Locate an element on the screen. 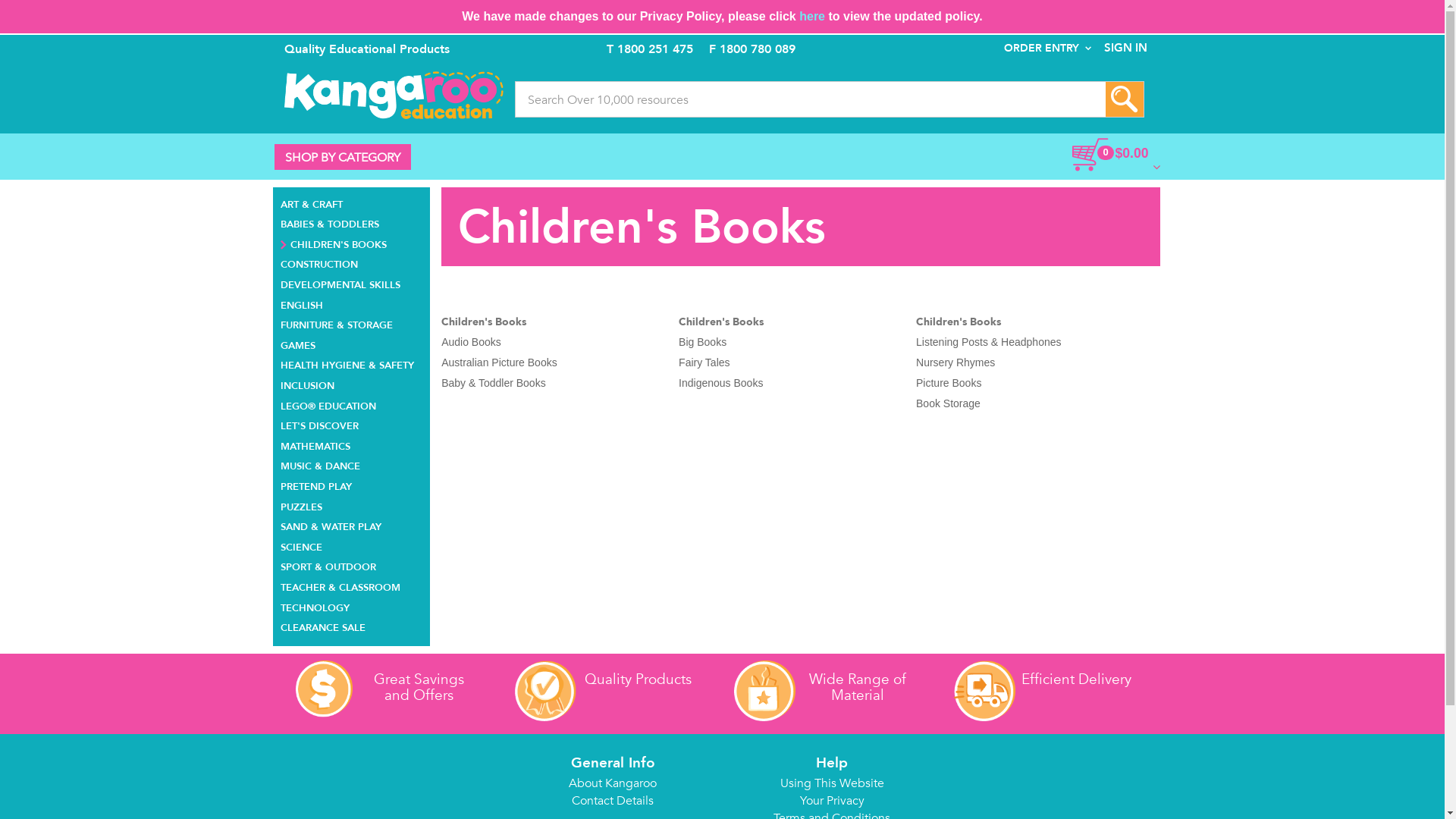 The image size is (1456, 819). 'Book Storage' is located at coordinates (947, 403).